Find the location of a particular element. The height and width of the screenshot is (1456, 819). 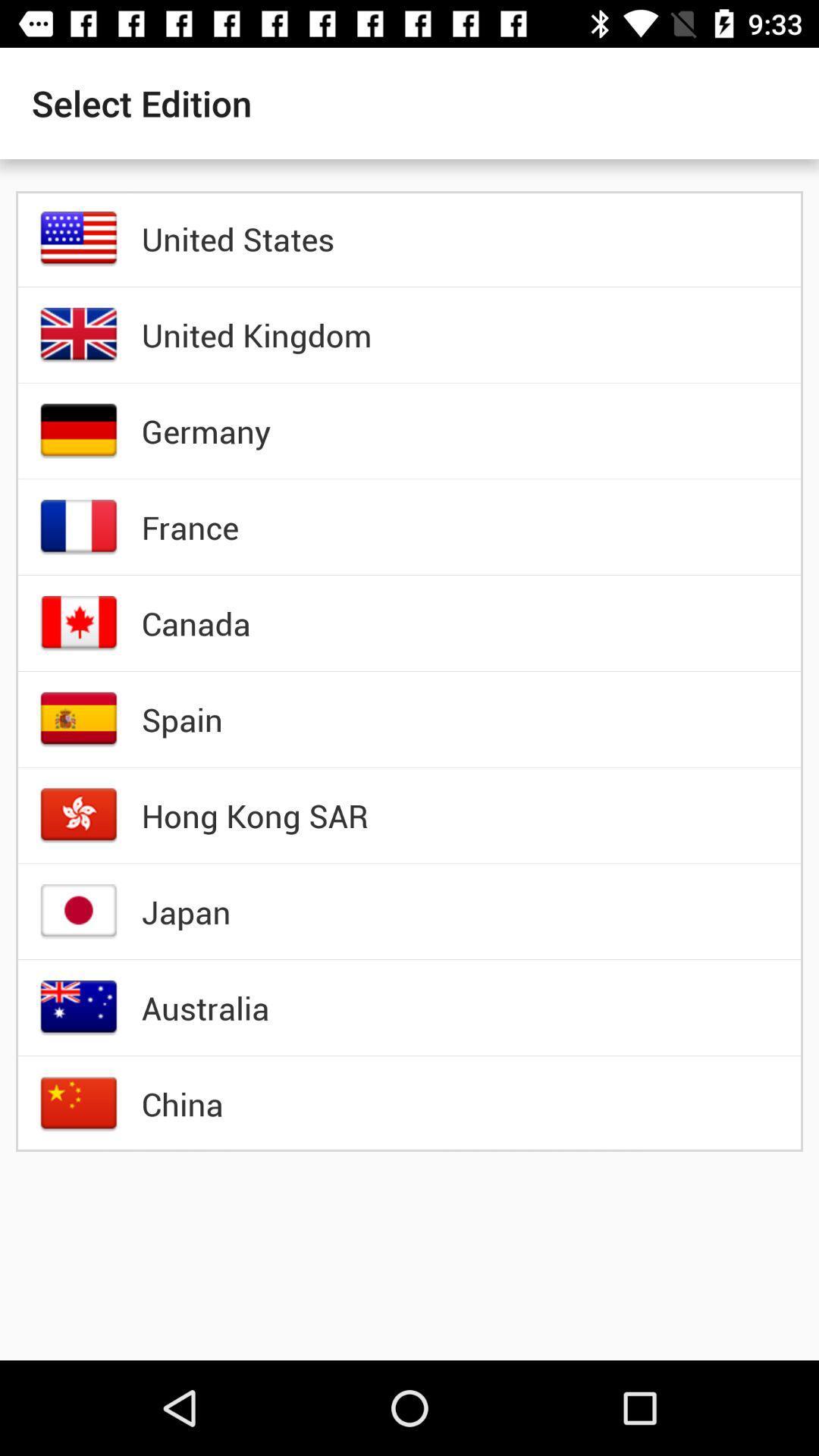

the item below the united states is located at coordinates (256, 334).